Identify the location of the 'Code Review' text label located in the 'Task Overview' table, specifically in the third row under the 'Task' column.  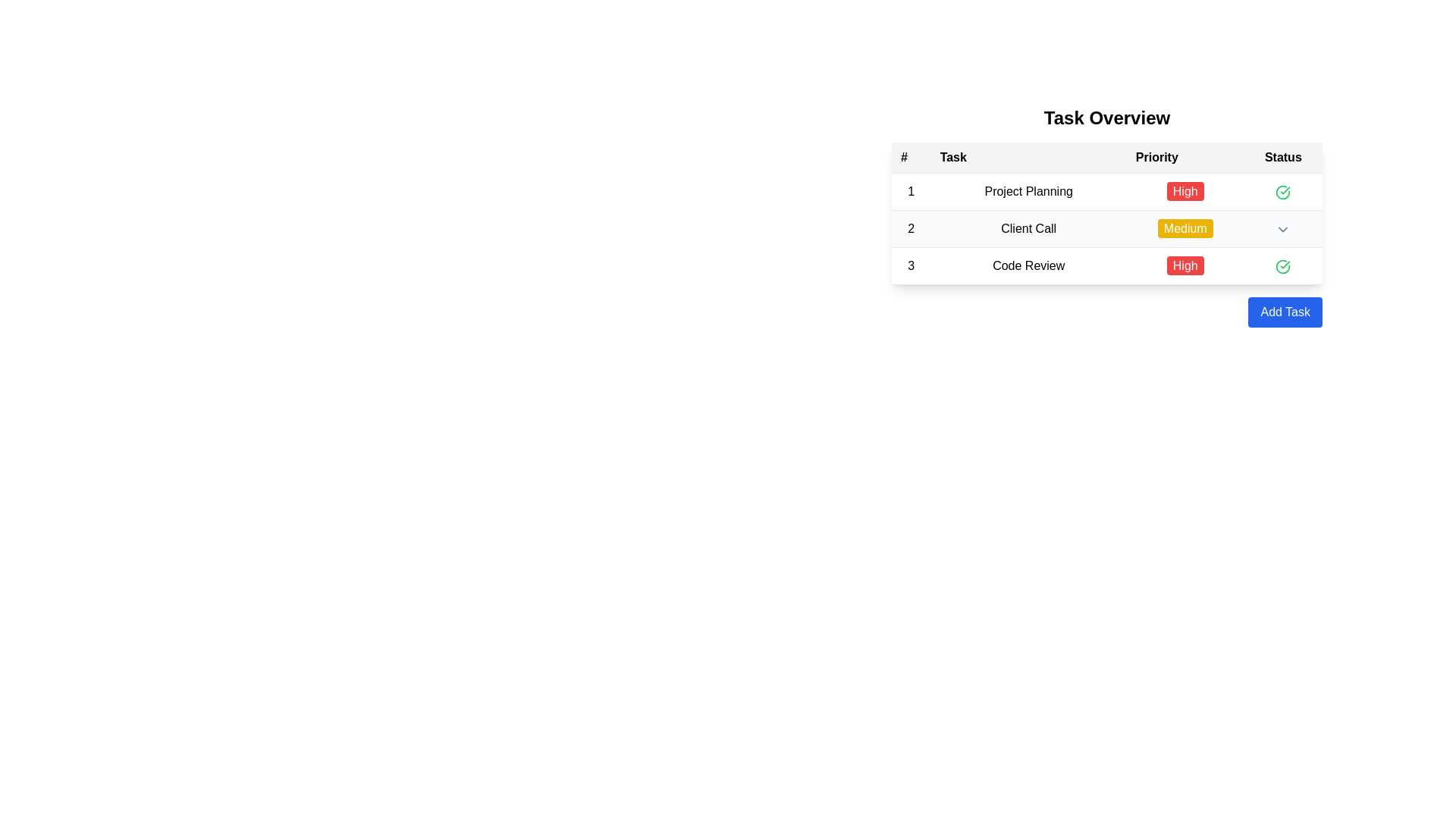
(1028, 265).